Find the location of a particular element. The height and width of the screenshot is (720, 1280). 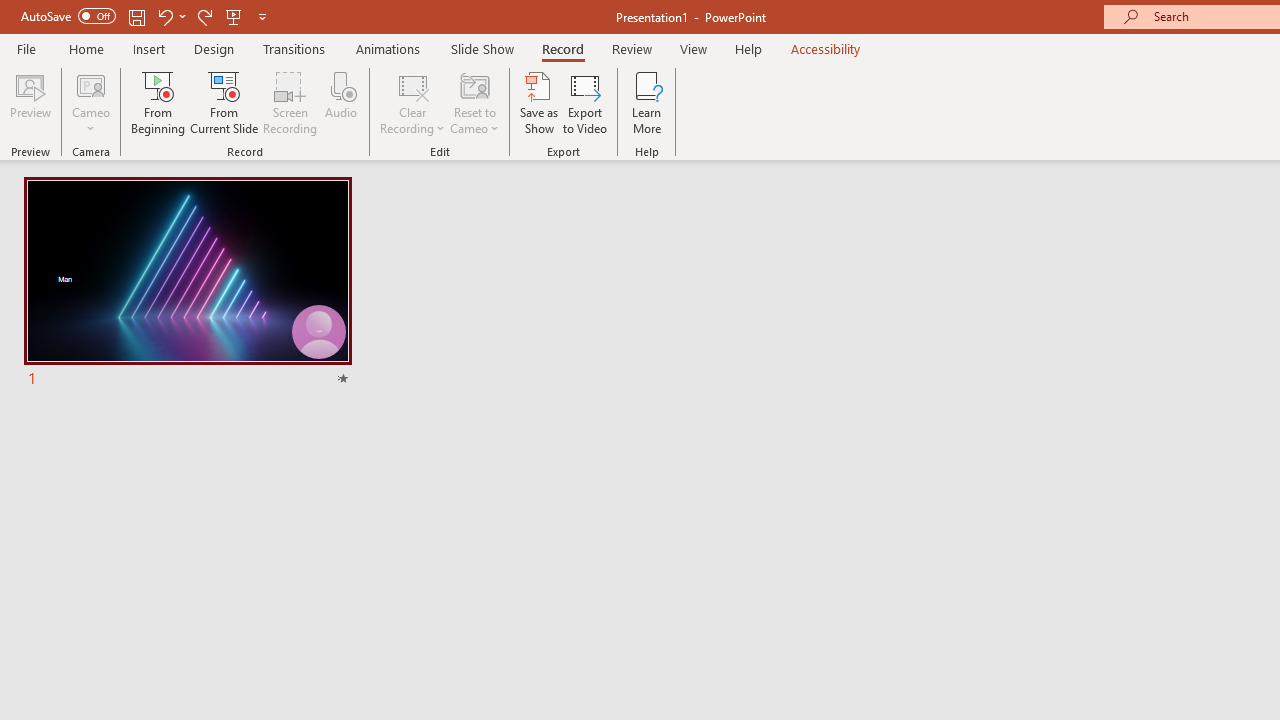

'Reset to Cameo' is located at coordinates (473, 103).